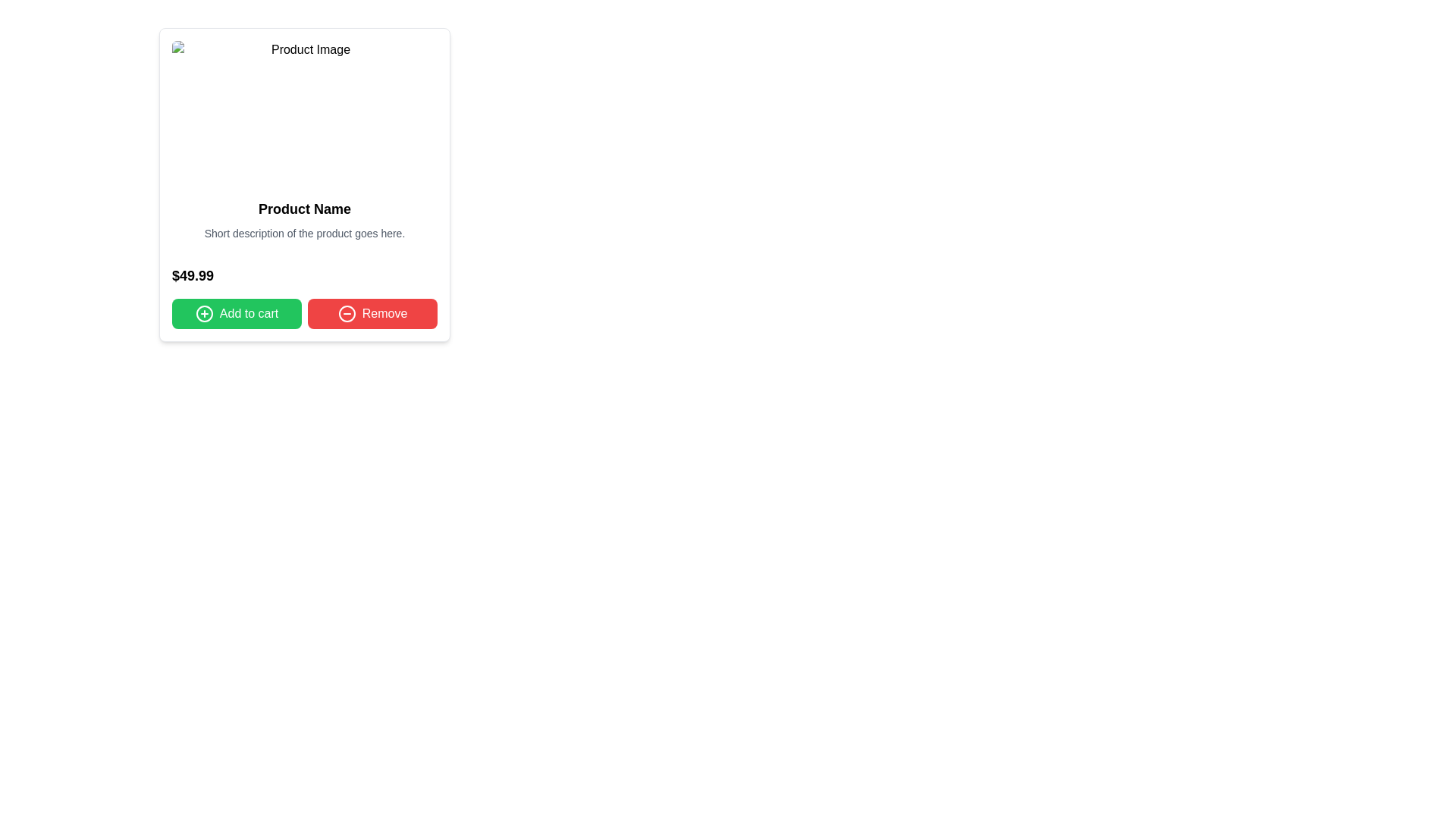  Describe the element at coordinates (192, 275) in the screenshot. I see `the price text label displaying '$49.99' for accessibility purposes, located within the product card layout beneath the product name and description` at that location.